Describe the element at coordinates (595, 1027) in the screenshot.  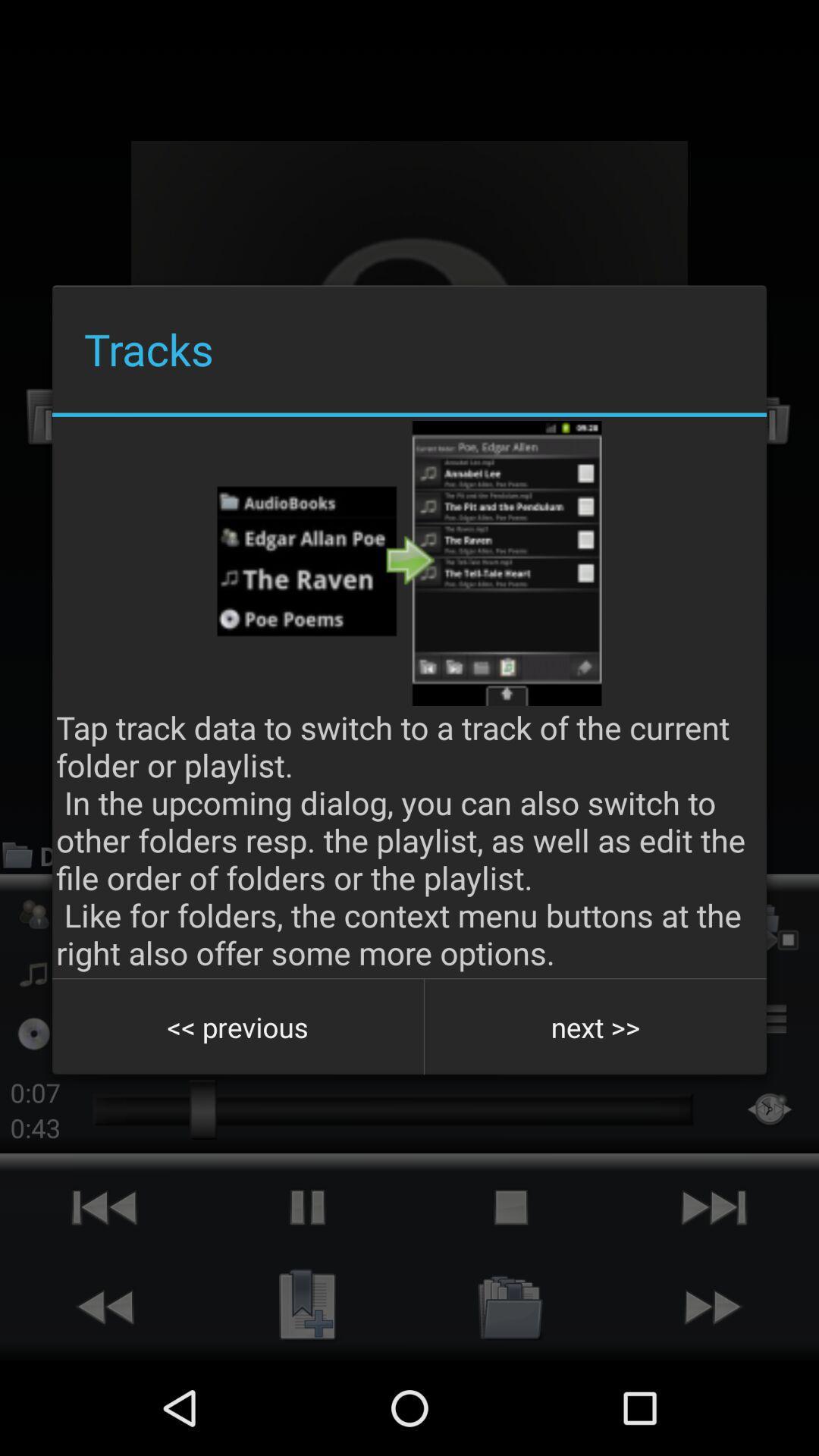
I see `the item to the right of the << previous icon` at that location.